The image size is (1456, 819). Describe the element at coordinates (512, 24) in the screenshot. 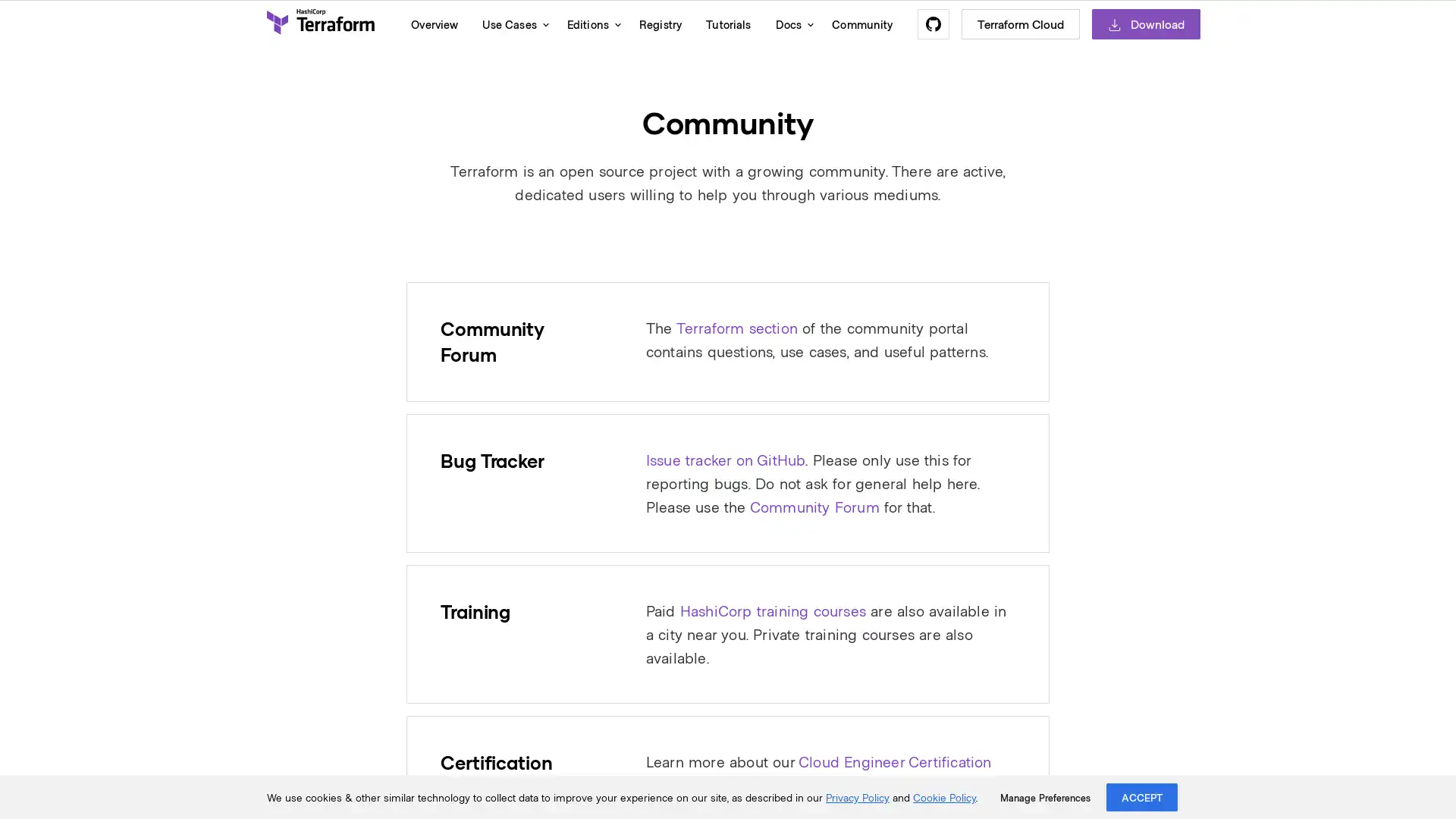

I see `Use Cases` at that location.